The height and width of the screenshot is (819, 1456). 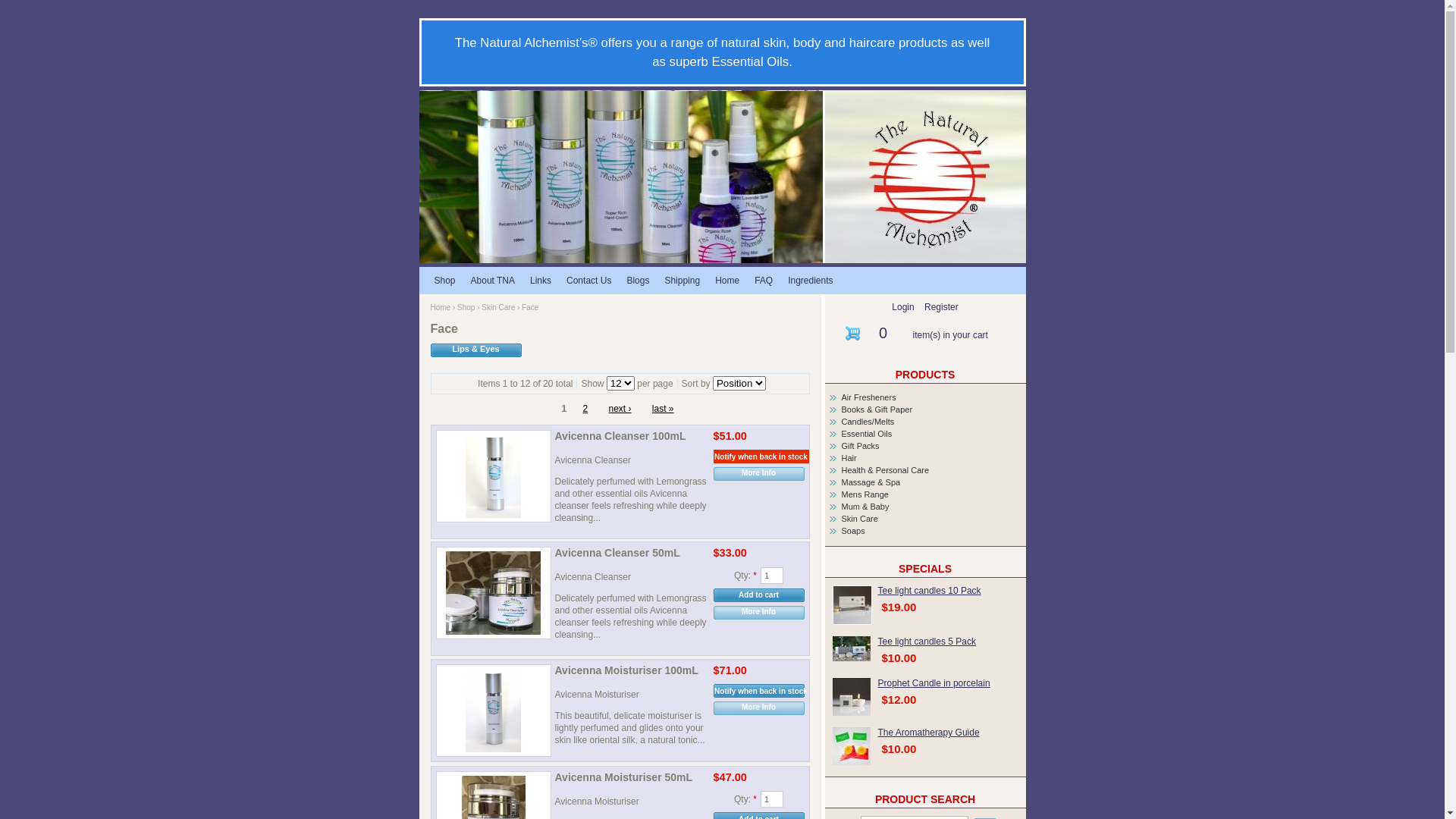 I want to click on 'Tee light candles 5 Pack', so click(x=852, y=648).